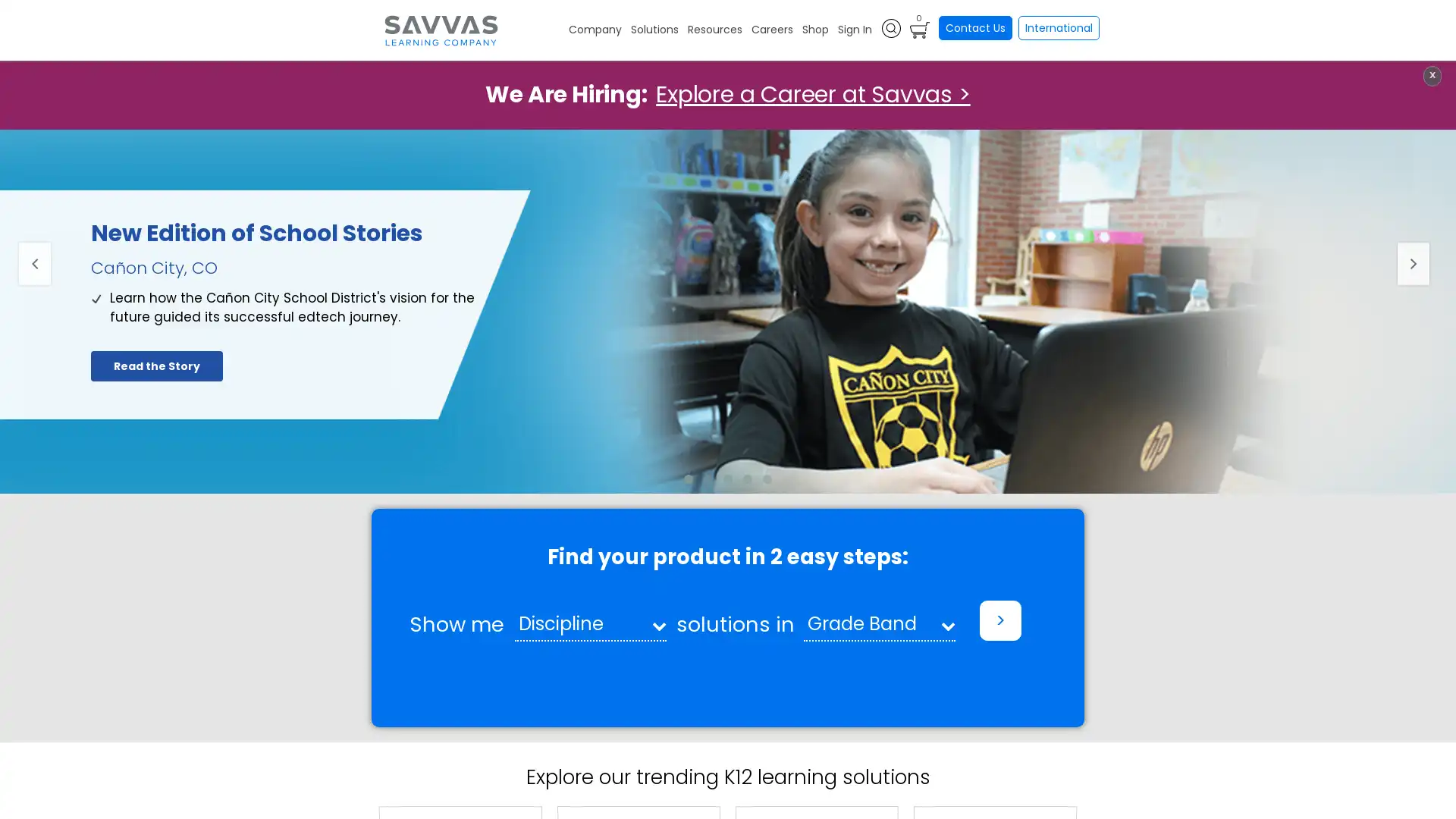 Image resolution: width=1456 pixels, height=819 pixels. Describe the element at coordinates (1000, 620) in the screenshot. I see `>` at that location.